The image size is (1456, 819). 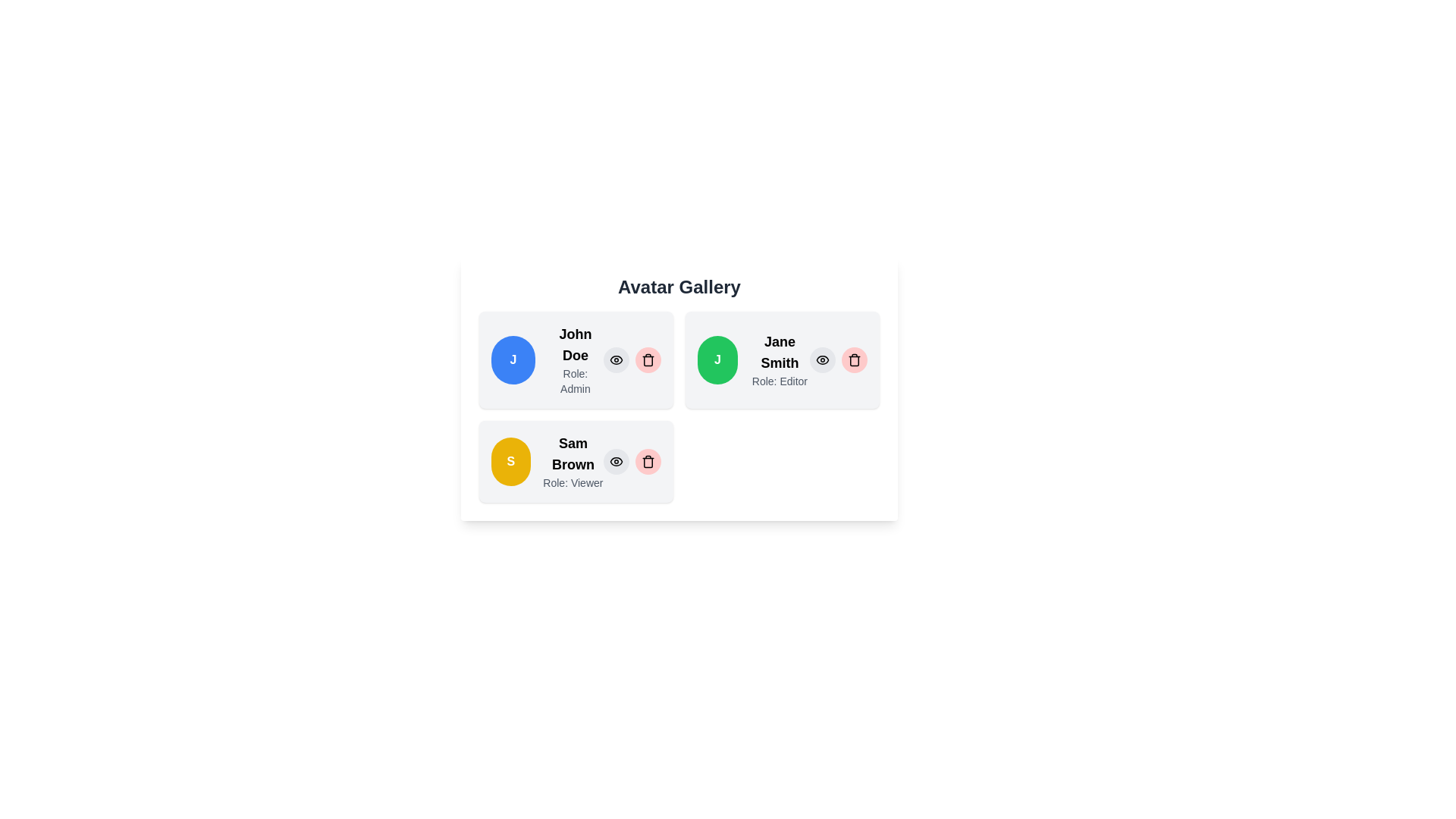 What do you see at coordinates (572, 453) in the screenshot?
I see `text from the text label displaying 'Sam Brown' in bold font style, located near the left-middle of a card layout just above the role 'Viewer'` at bounding box center [572, 453].